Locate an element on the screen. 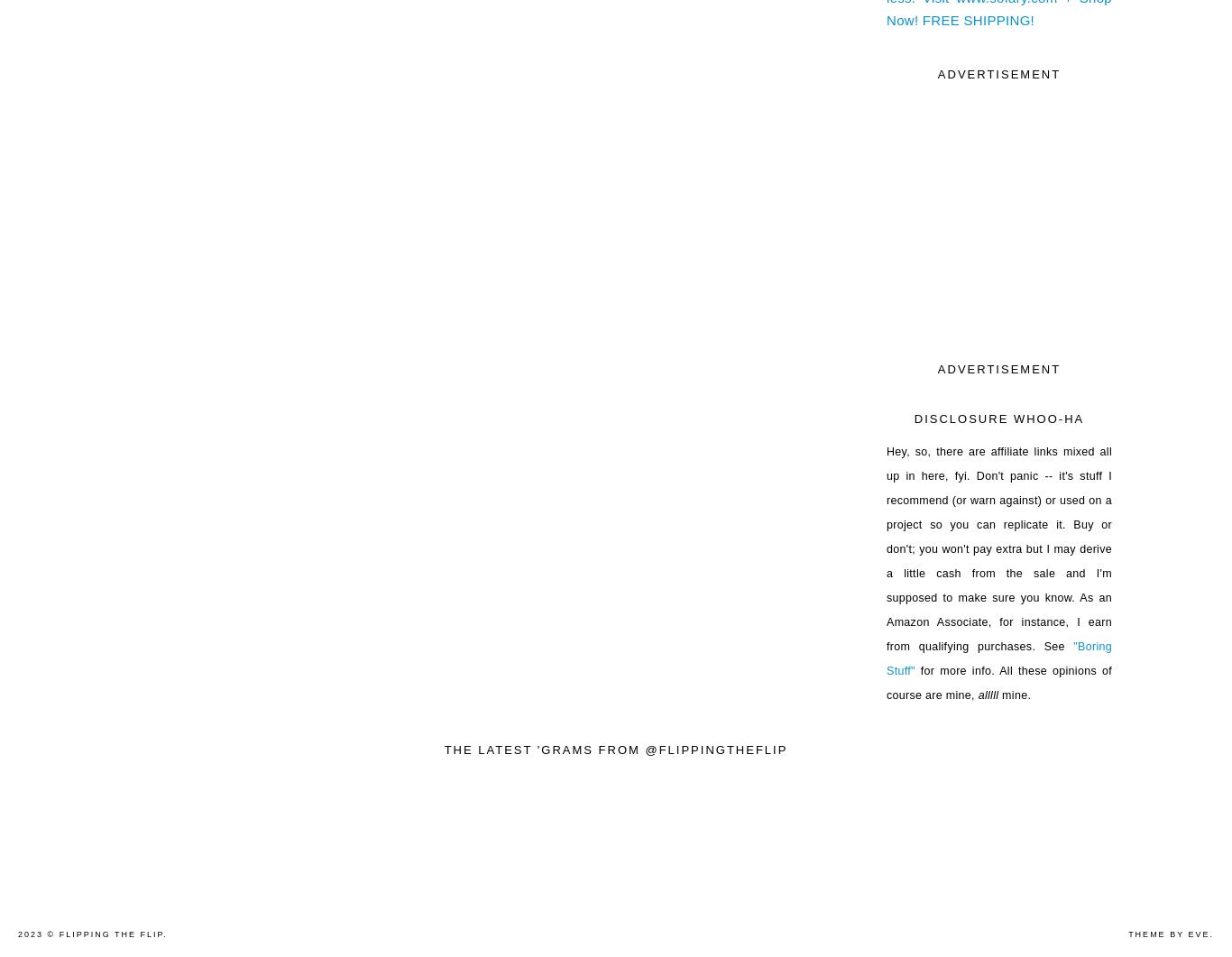 This screenshot has height=957, width=1232. '"Boring Stuff"' is located at coordinates (998, 658).